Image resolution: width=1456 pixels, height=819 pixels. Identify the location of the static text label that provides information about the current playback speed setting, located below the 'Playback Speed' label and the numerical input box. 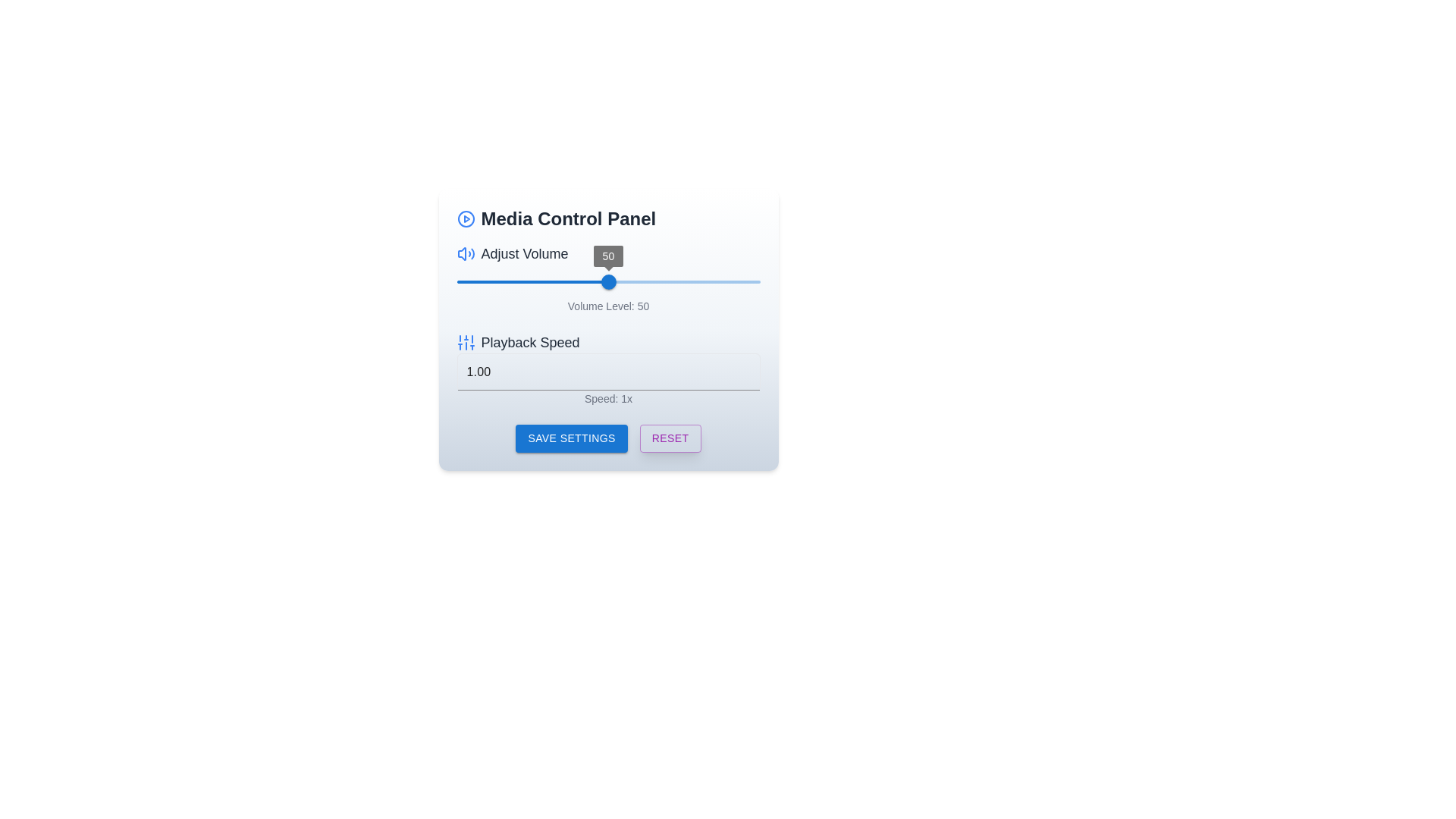
(608, 397).